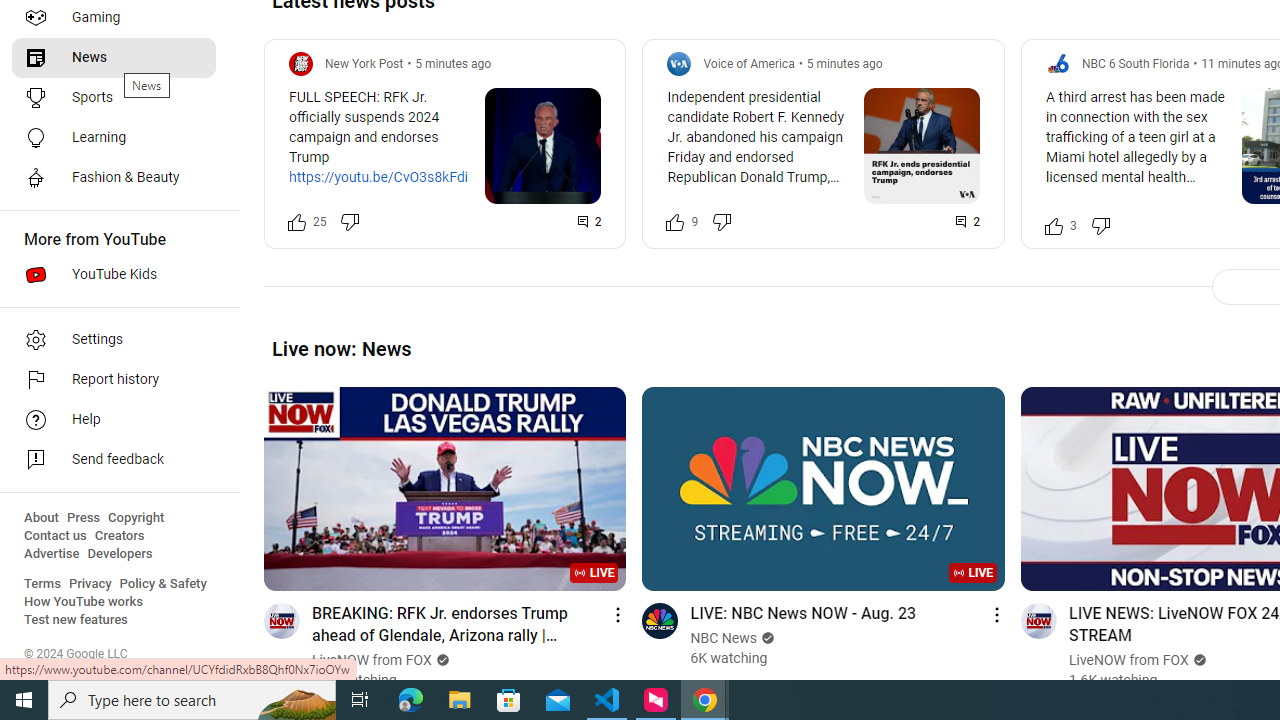  Describe the element at coordinates (163, 584) in the screenshot. I see `'Policy & Safety'` at that location.